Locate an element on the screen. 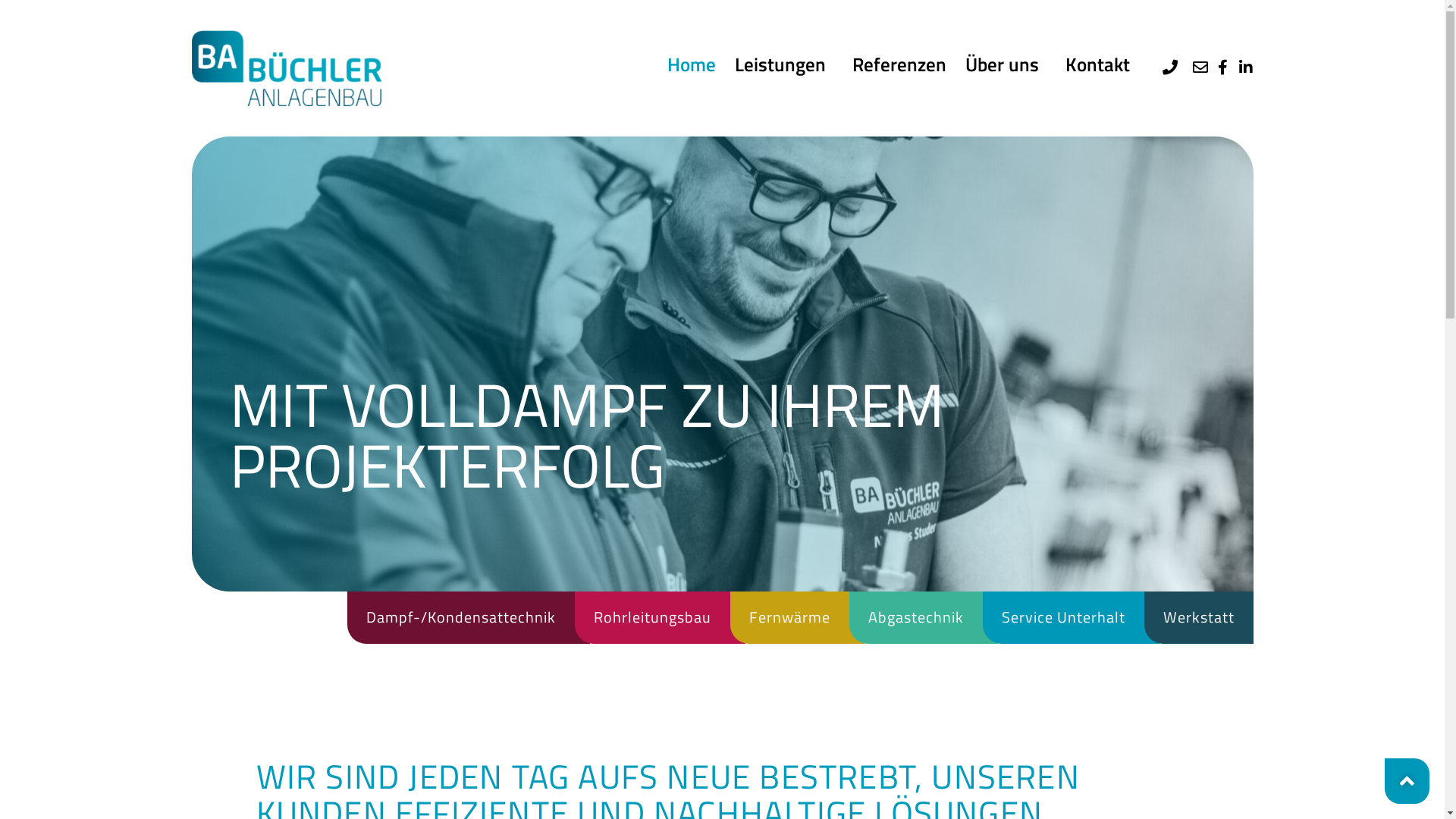  'Dampf-/Kondensattechnik' is located at coordinates (365, 617).